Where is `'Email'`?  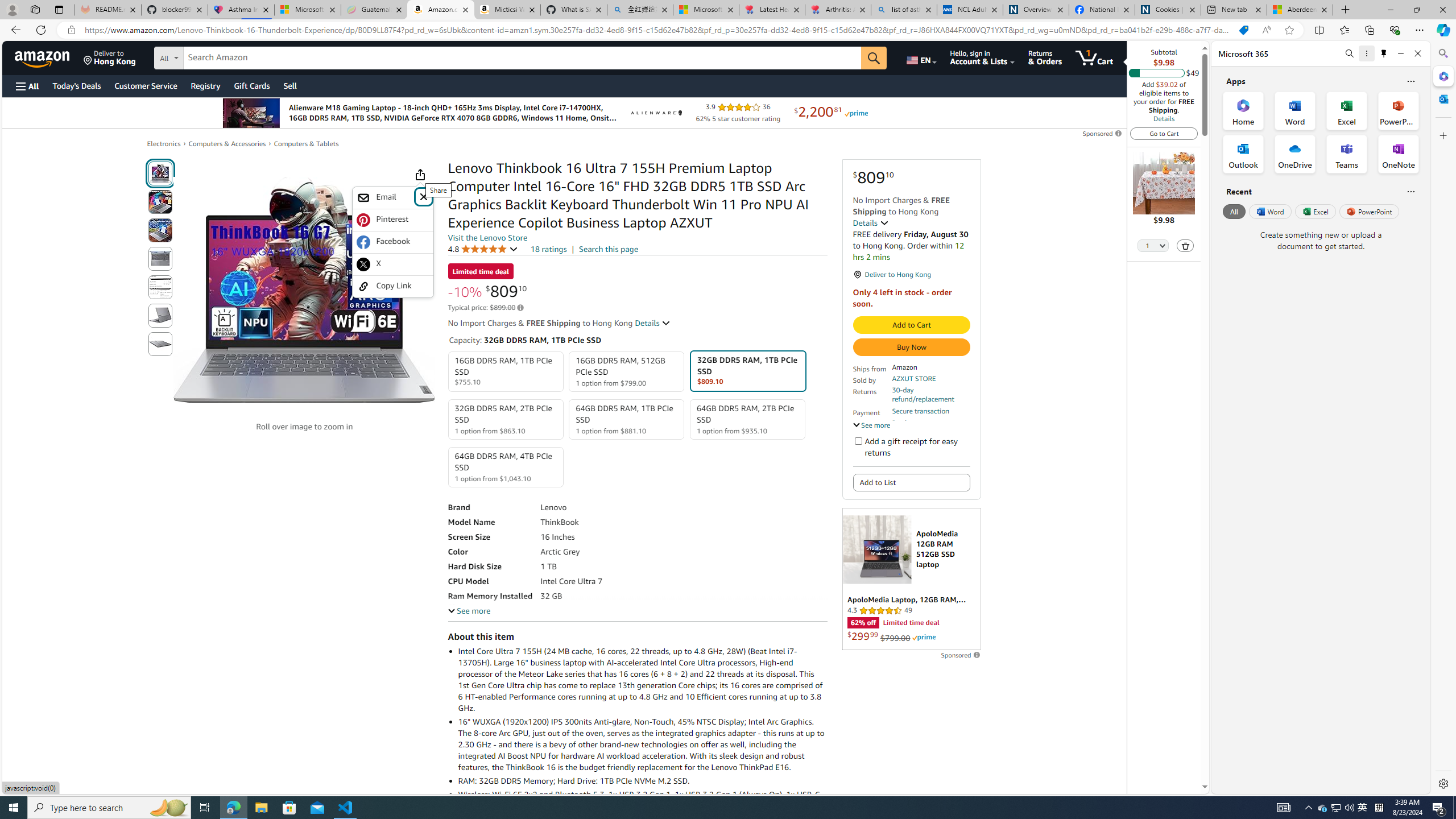 'Email' is located at coordinates (384, 197).